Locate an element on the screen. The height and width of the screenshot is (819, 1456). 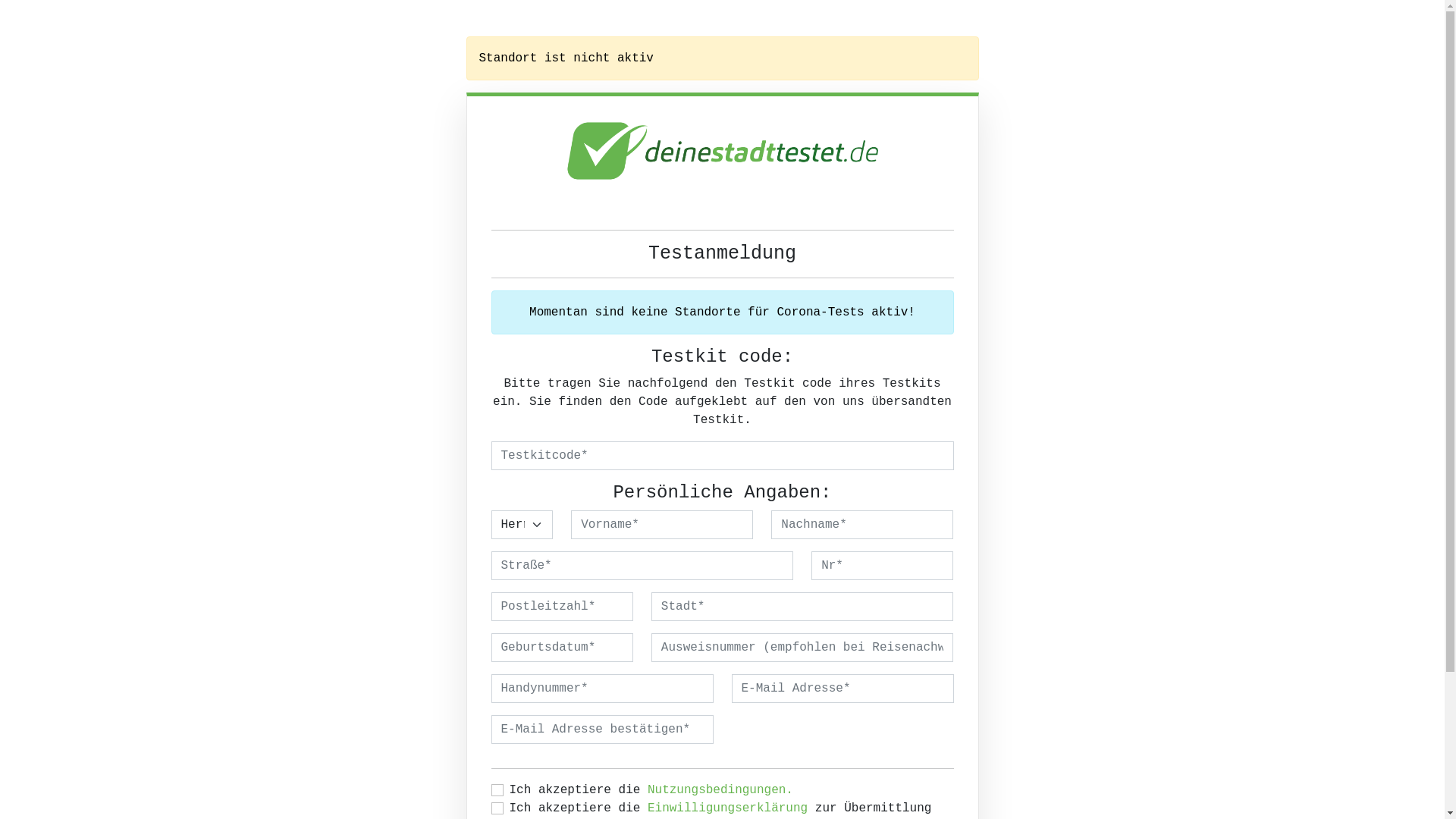
'Nutzungsbedingungen.' is located at coordinates (720, 789).